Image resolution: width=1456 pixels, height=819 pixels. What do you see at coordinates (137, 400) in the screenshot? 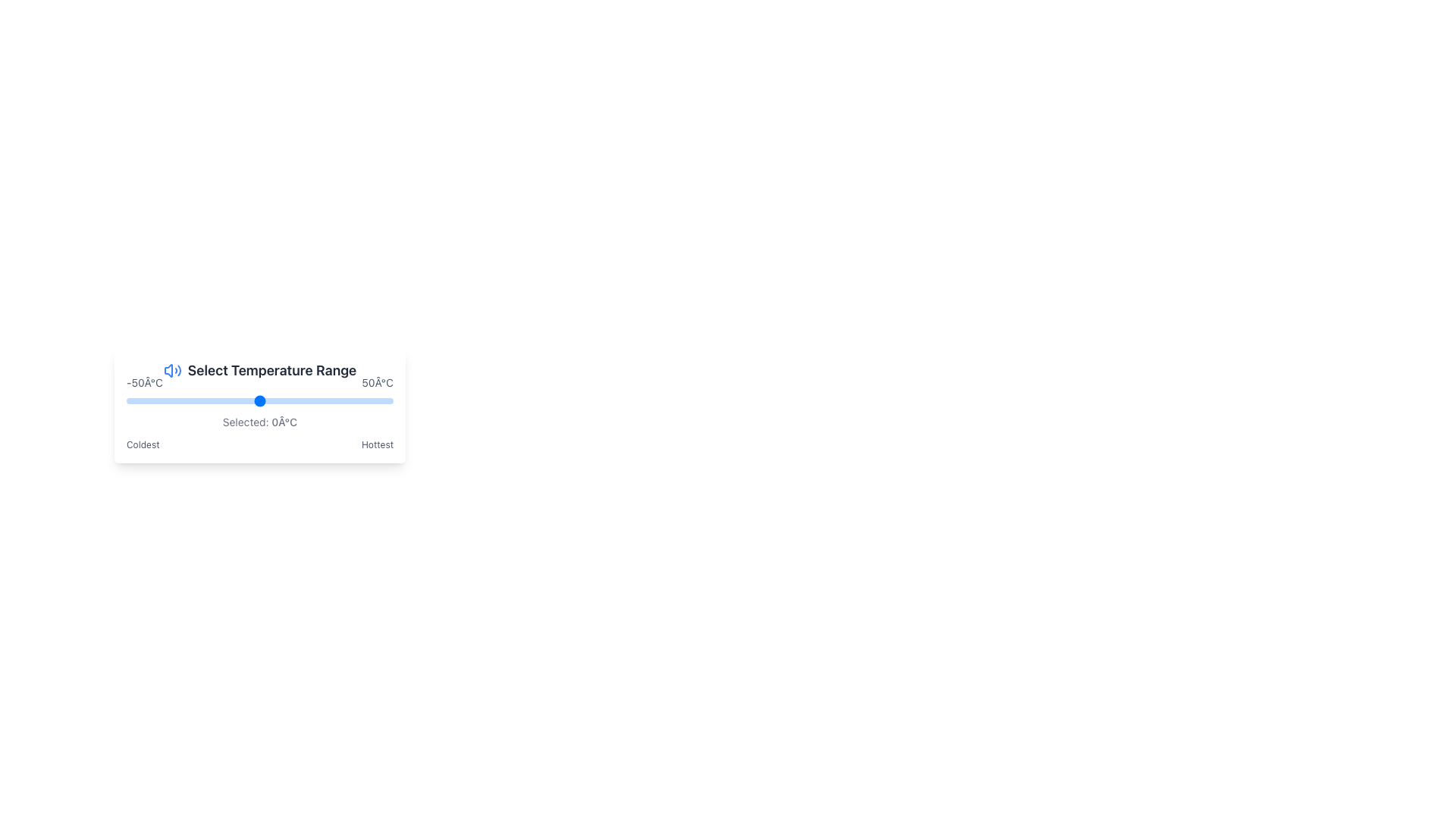
I see `the temperature range` at bounding box center [137, 400].